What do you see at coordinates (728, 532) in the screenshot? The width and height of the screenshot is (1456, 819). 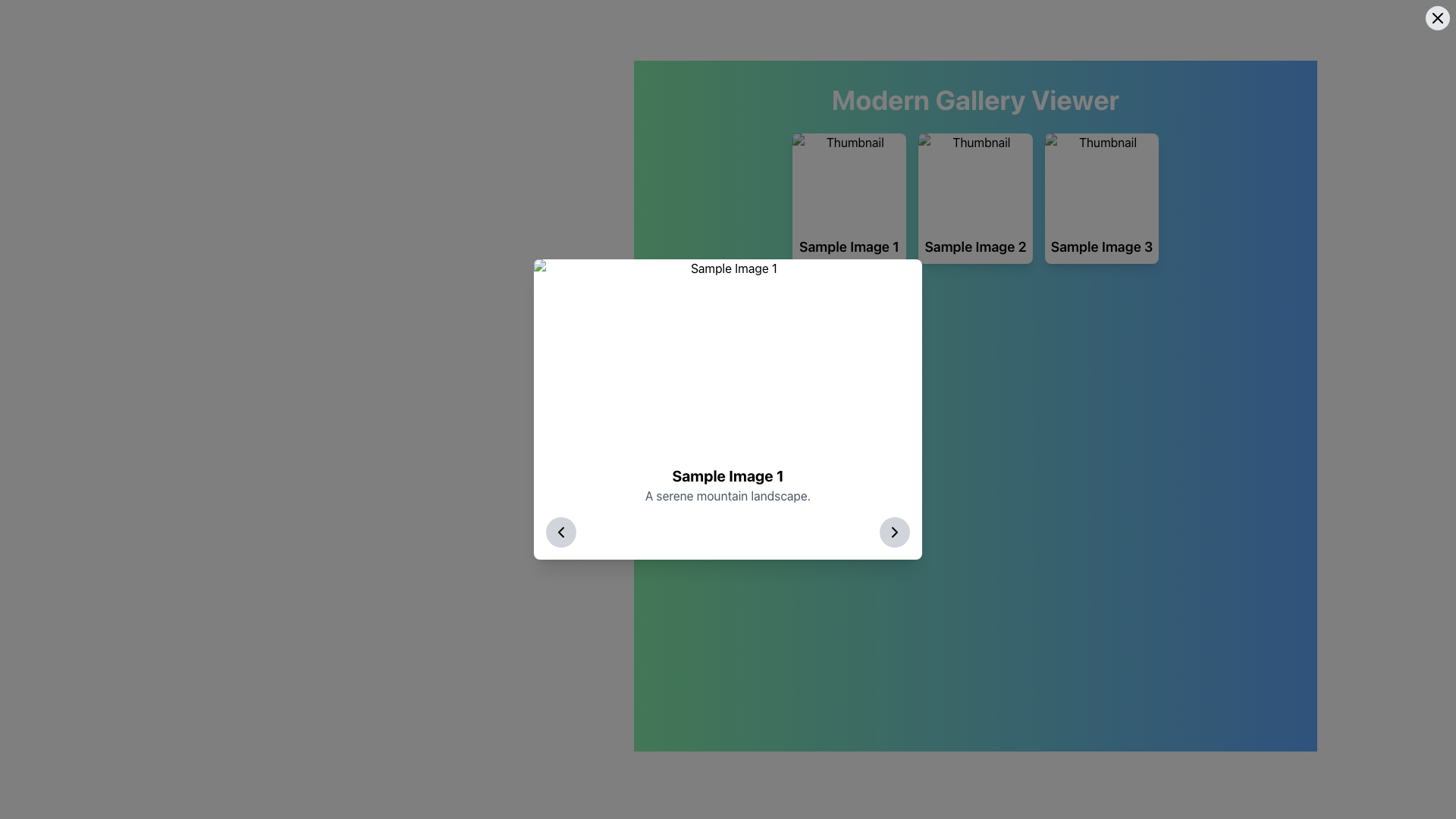 I see `the interactive buttons in the navigation bar located at the bottom of the modal window` at bounding box center [728, 532].